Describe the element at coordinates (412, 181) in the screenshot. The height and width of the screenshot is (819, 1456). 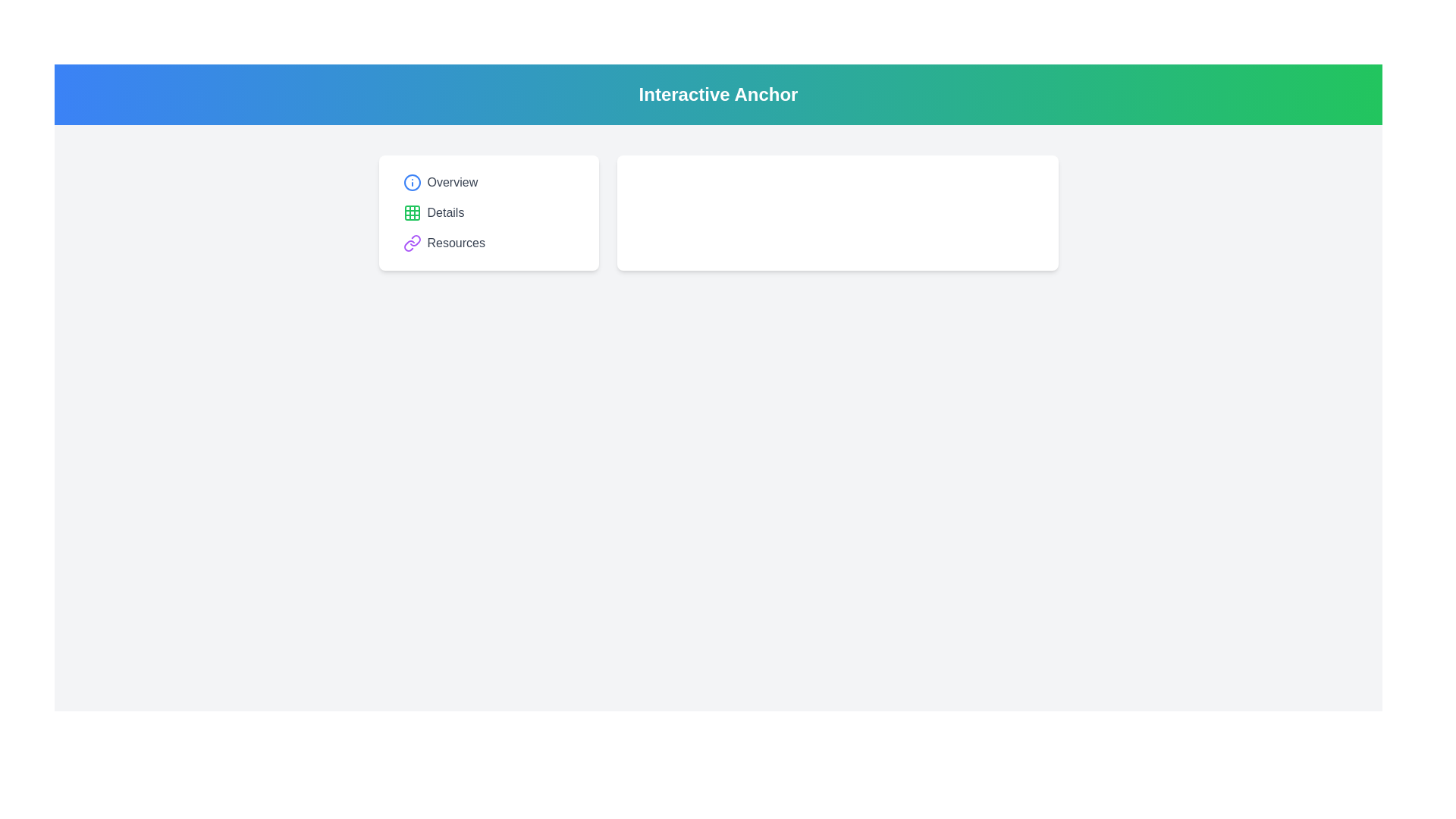
I see `the light blue circular icon representing the 'info' symbol, located to the left of the 'Overview' text in the menu-like interface` at that location.